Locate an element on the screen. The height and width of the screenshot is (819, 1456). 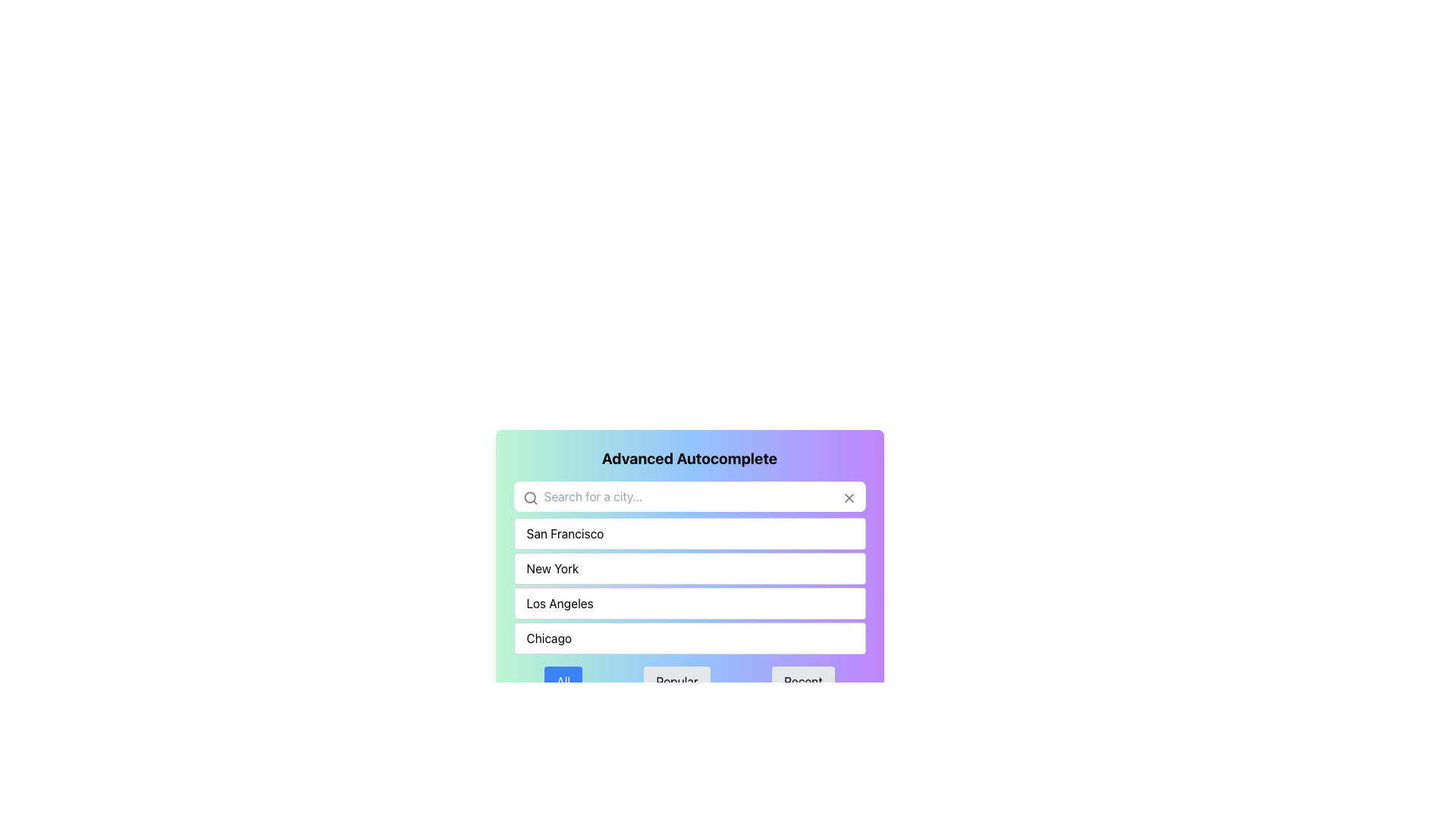
the search icon located in the top-left corner of the text input field, which signifies the search functionality for users to input search queries is located at coordinates (530, 497).